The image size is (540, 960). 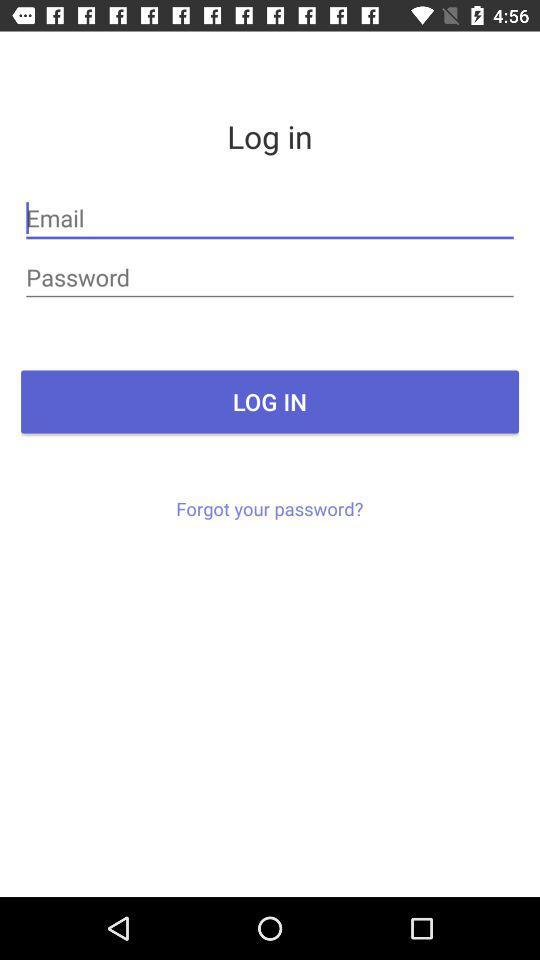 I want to click on the forgot your password? icon, so click(x=269, y=507).